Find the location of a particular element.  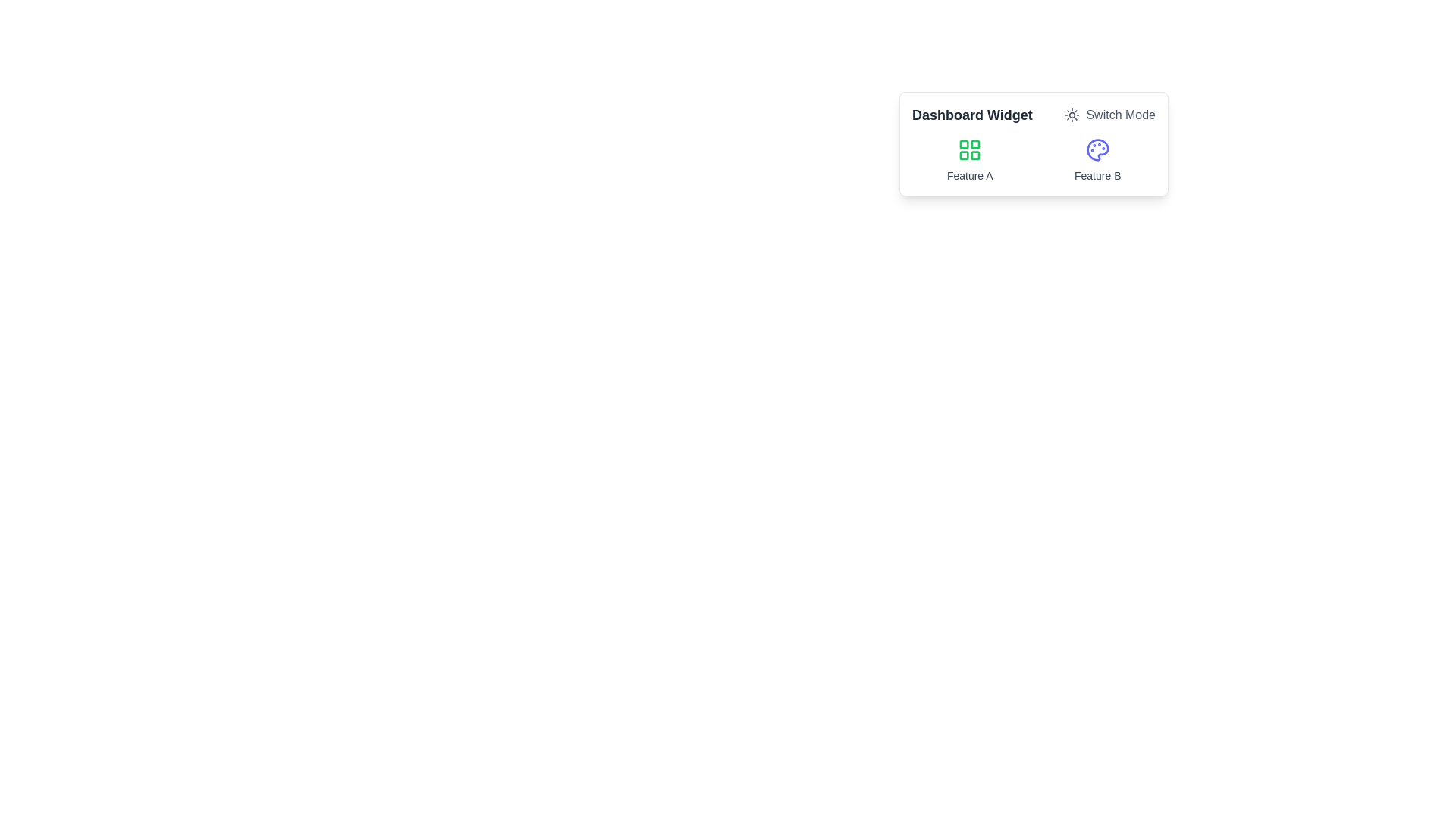

the 'Switch Mode' graphic icon located to the left of the 'Switch Mode' label is located at coordinates (1072, 114).